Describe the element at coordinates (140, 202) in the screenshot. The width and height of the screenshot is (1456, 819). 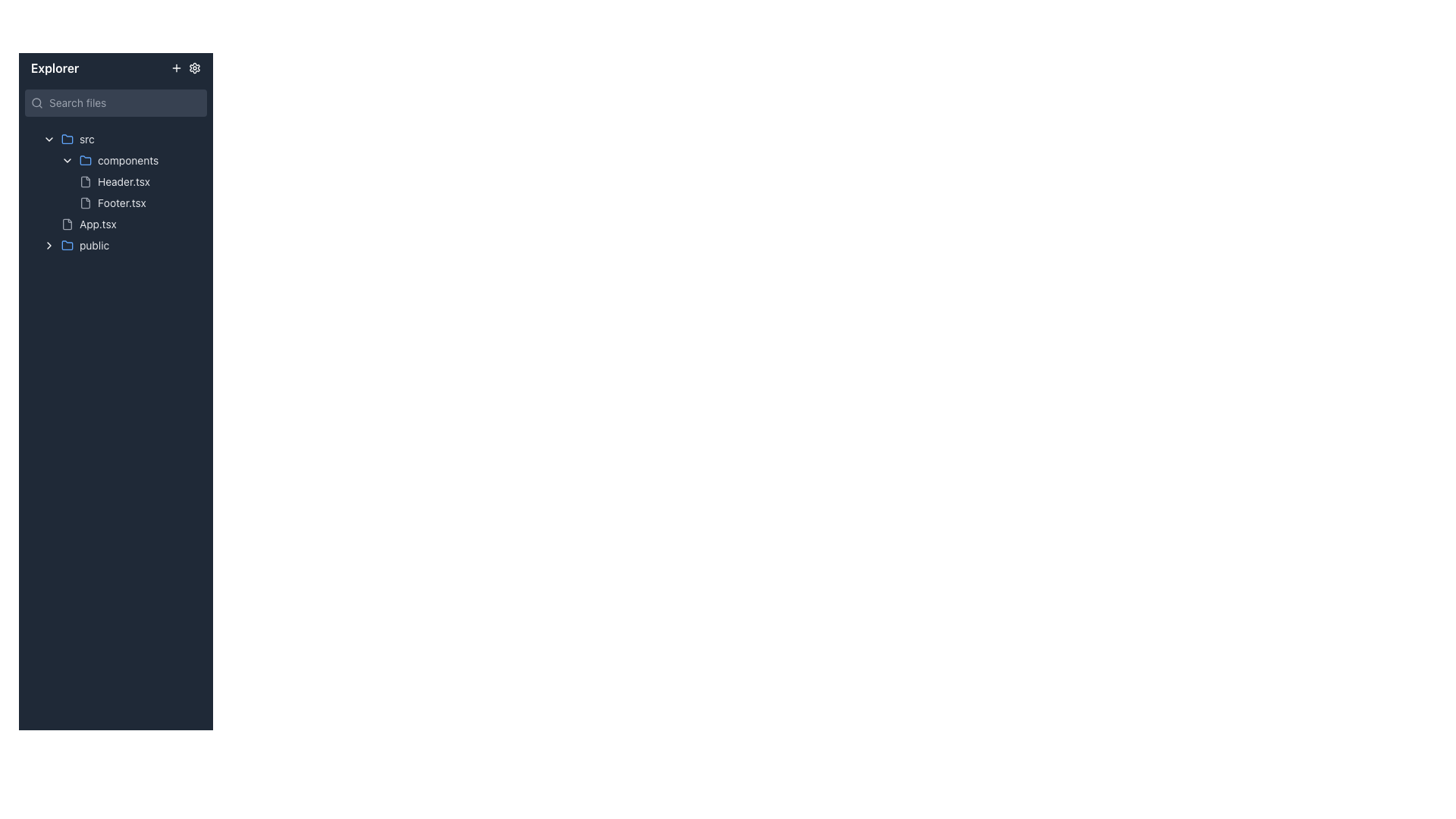
I see `the file item labeled 'Footer.tsx' in the file explorer UI to possibly highlight or preview it` at that location.